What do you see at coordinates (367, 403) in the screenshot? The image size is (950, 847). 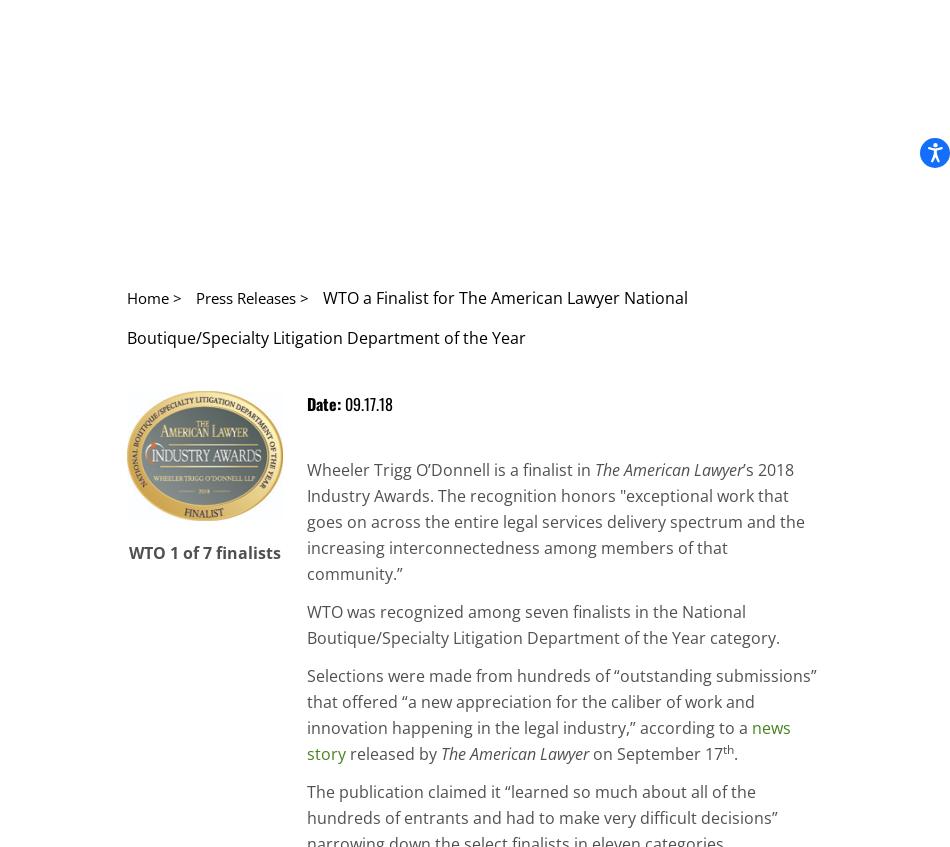 I see `'09.17.18'` at bounding box center [367, 403].